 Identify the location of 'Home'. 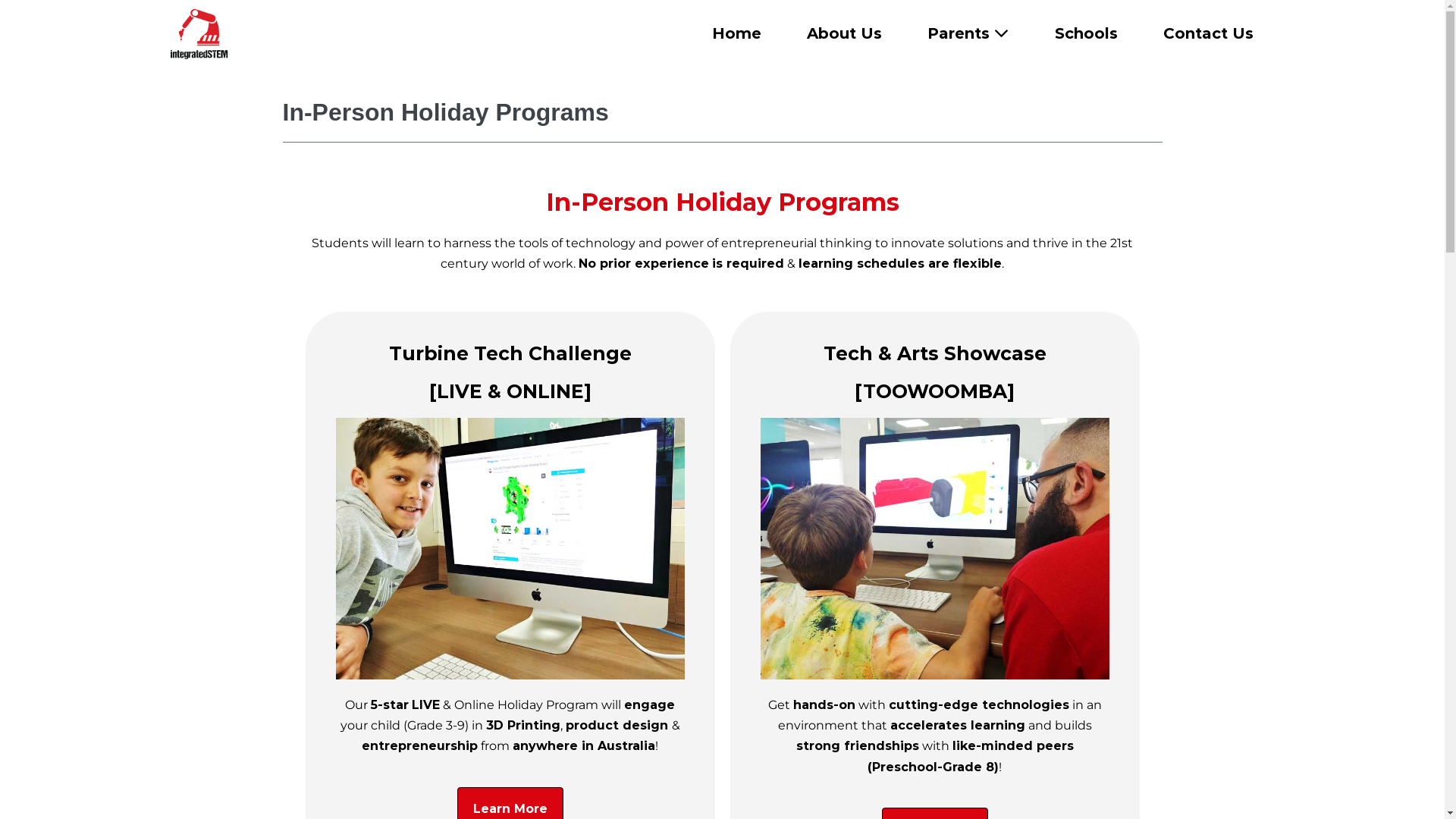
(736, 33).